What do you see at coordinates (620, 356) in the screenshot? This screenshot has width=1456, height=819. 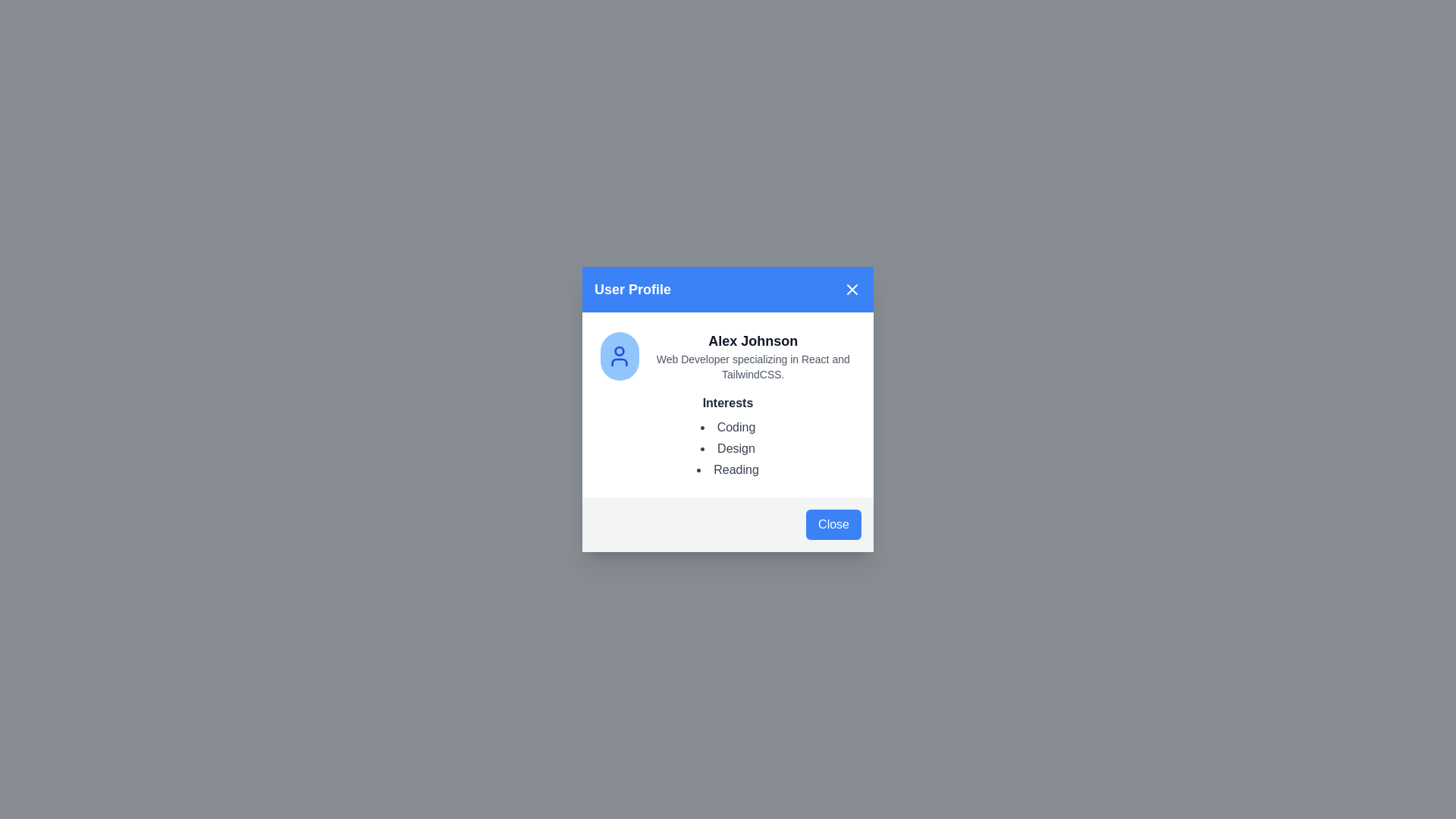 I see `the user's avatar display located in the top-left corner of the profile information card` at bounding box center [620, 356].